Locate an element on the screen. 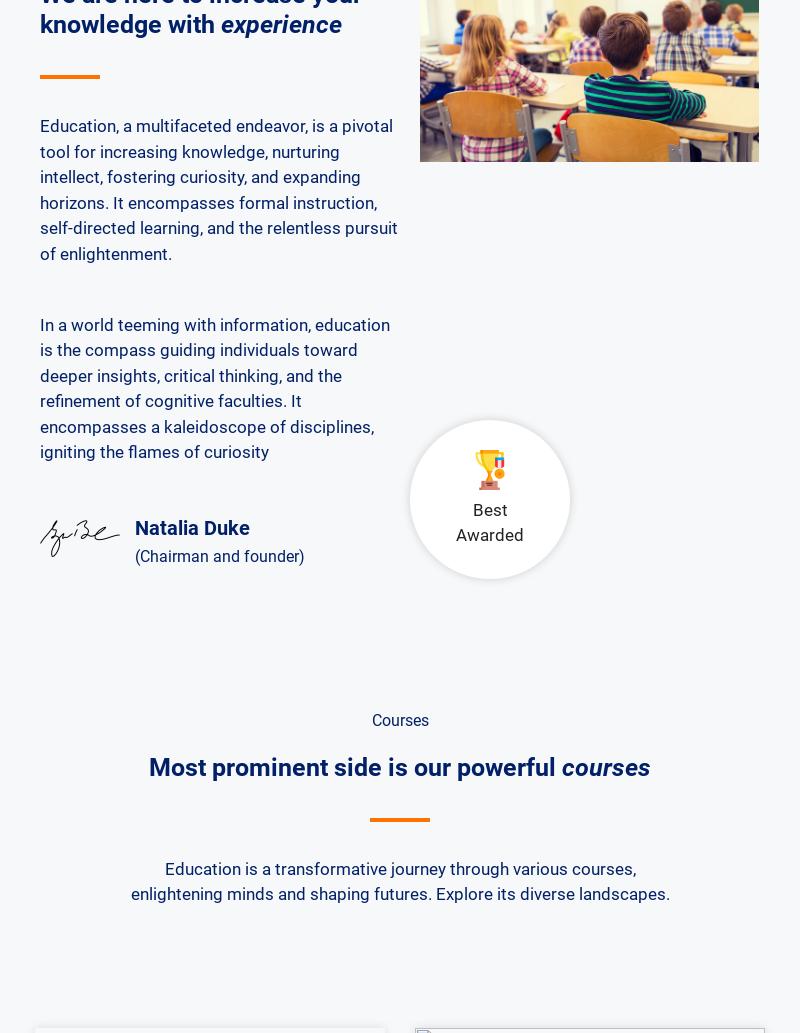 The image size is (800, 1033). 'Education is a transformative journey through various courses, enlightening minds and shaping futures. Explore its diverse landscapes.' is located at coordinates (398, 880).